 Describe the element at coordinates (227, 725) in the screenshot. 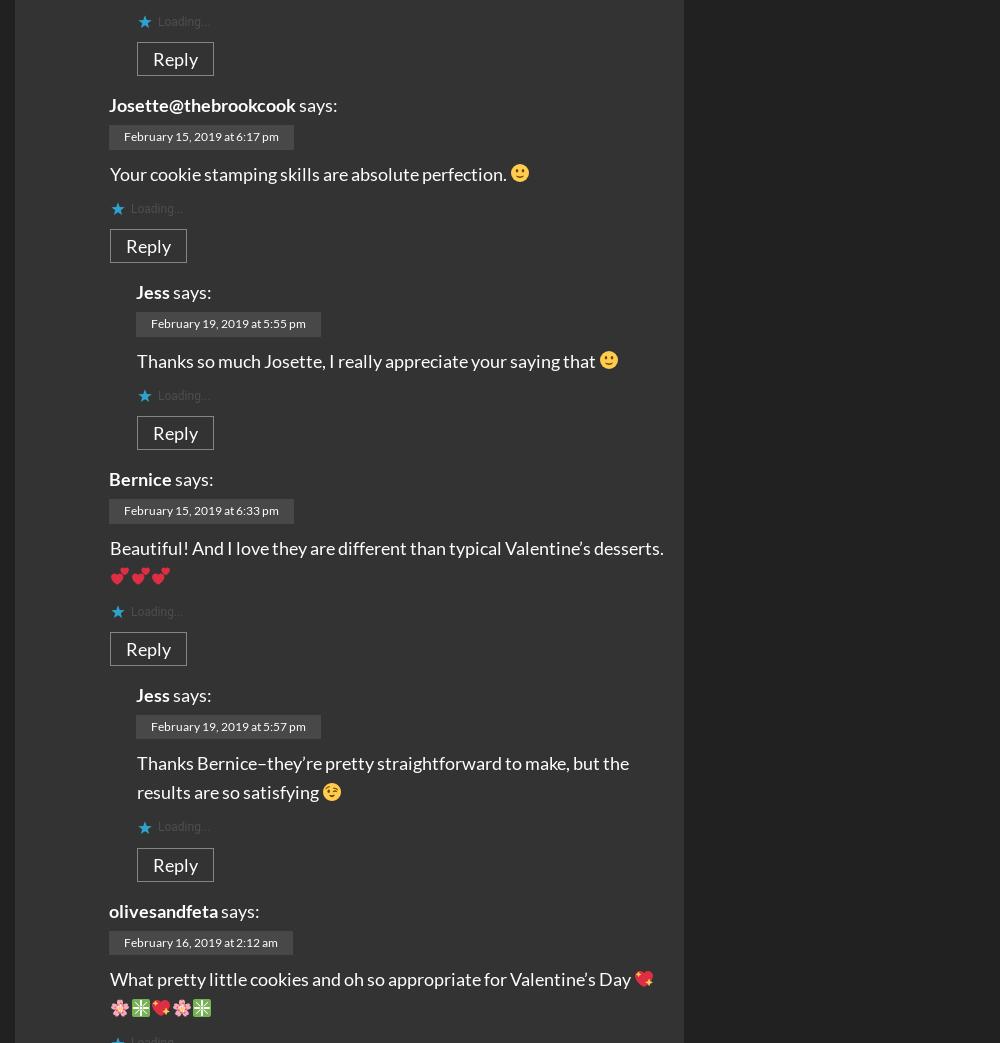

I see `'February 19, 2019 at 5:57 pm'` at that location.